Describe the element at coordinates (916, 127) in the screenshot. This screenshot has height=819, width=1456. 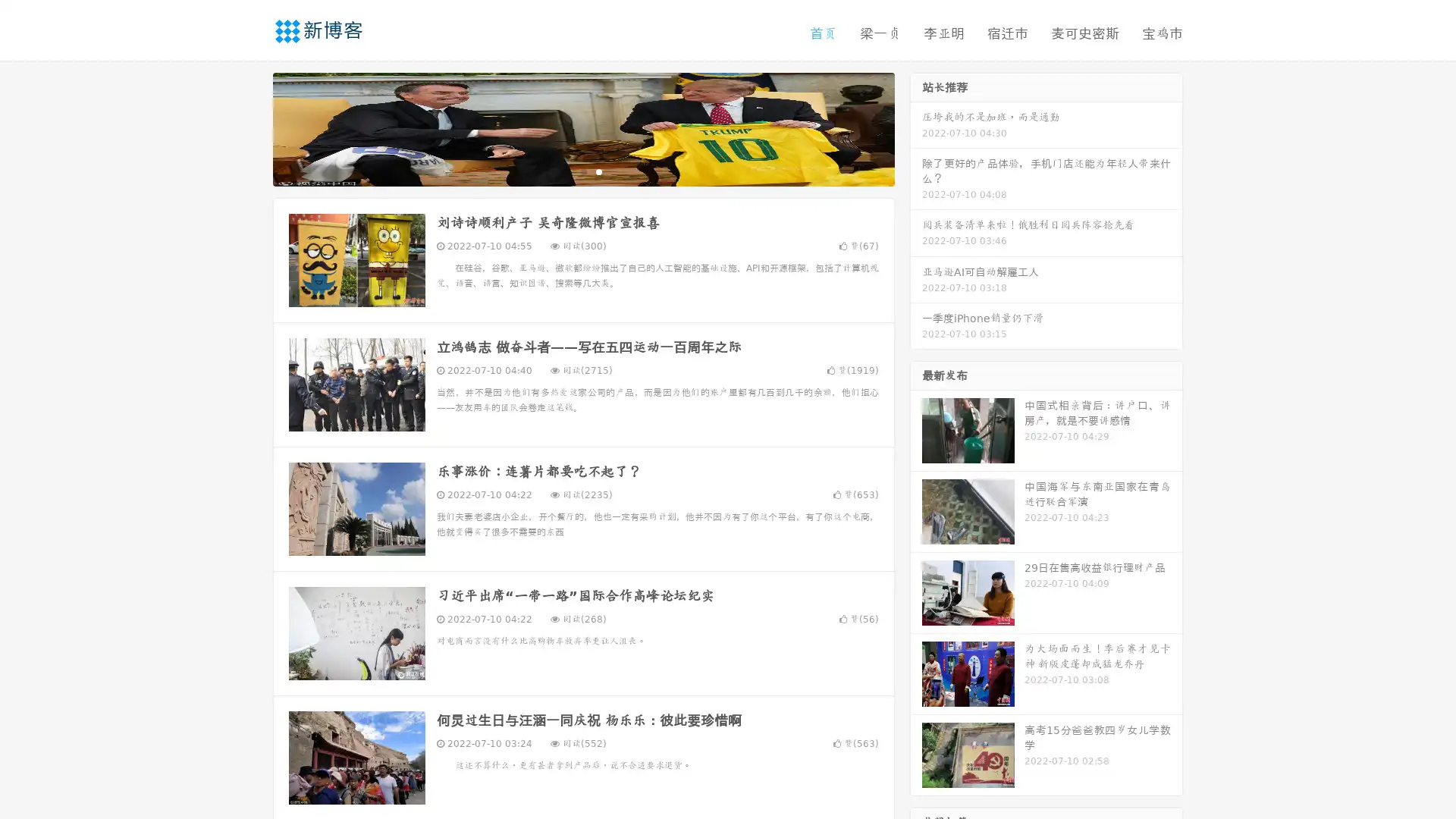
I see `Next slide` at that location.